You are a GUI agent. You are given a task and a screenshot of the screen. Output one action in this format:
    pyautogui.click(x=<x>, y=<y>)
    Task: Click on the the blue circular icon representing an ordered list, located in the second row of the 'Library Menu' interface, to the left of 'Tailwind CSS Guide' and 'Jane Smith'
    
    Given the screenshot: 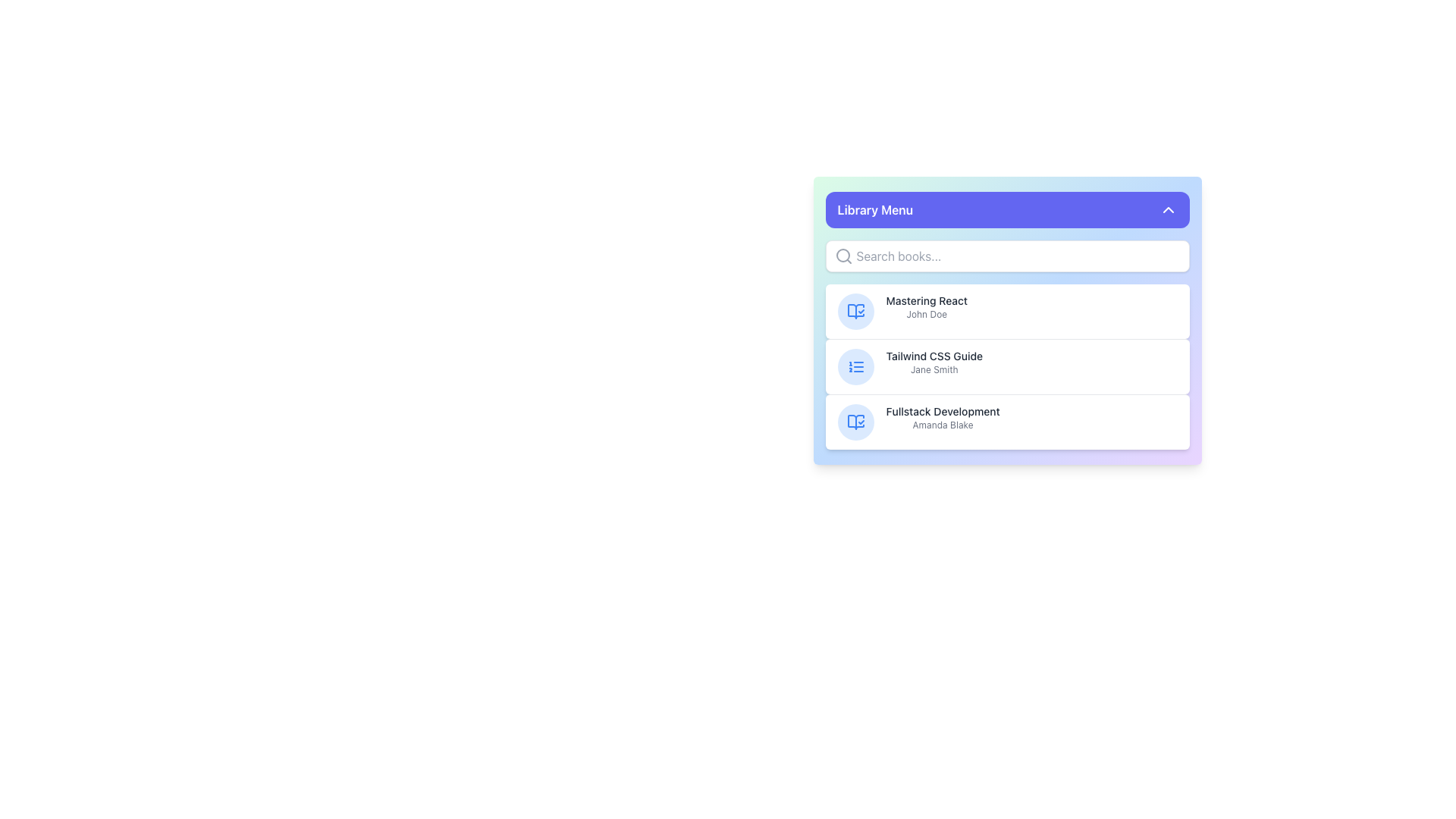 What is the action you would take?
    pyautogui.click(x=855, y=366)
    